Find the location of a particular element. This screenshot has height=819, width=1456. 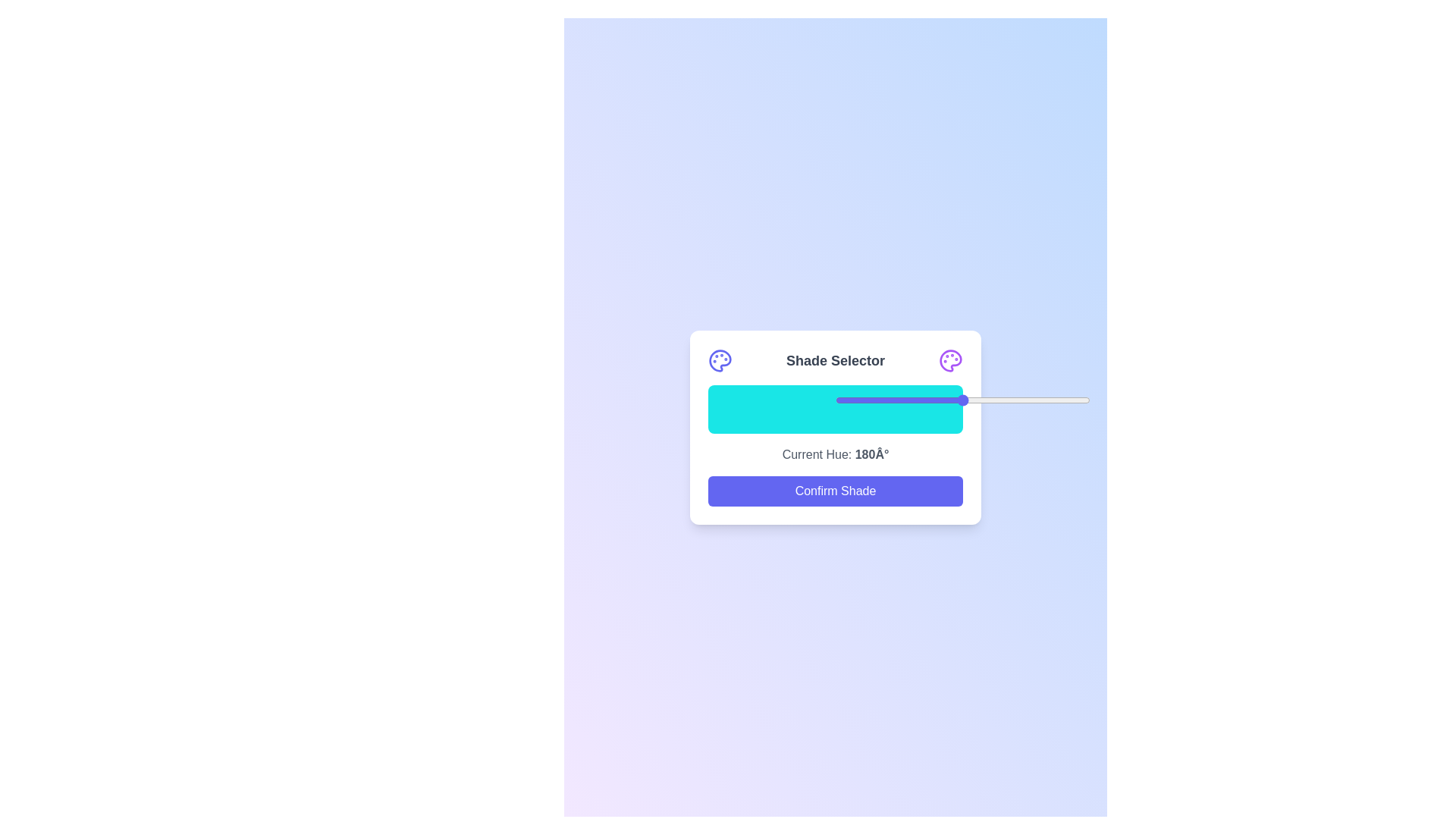

the shade slider to 99 to observe the corresponding color is located at coordinates (959, 409).